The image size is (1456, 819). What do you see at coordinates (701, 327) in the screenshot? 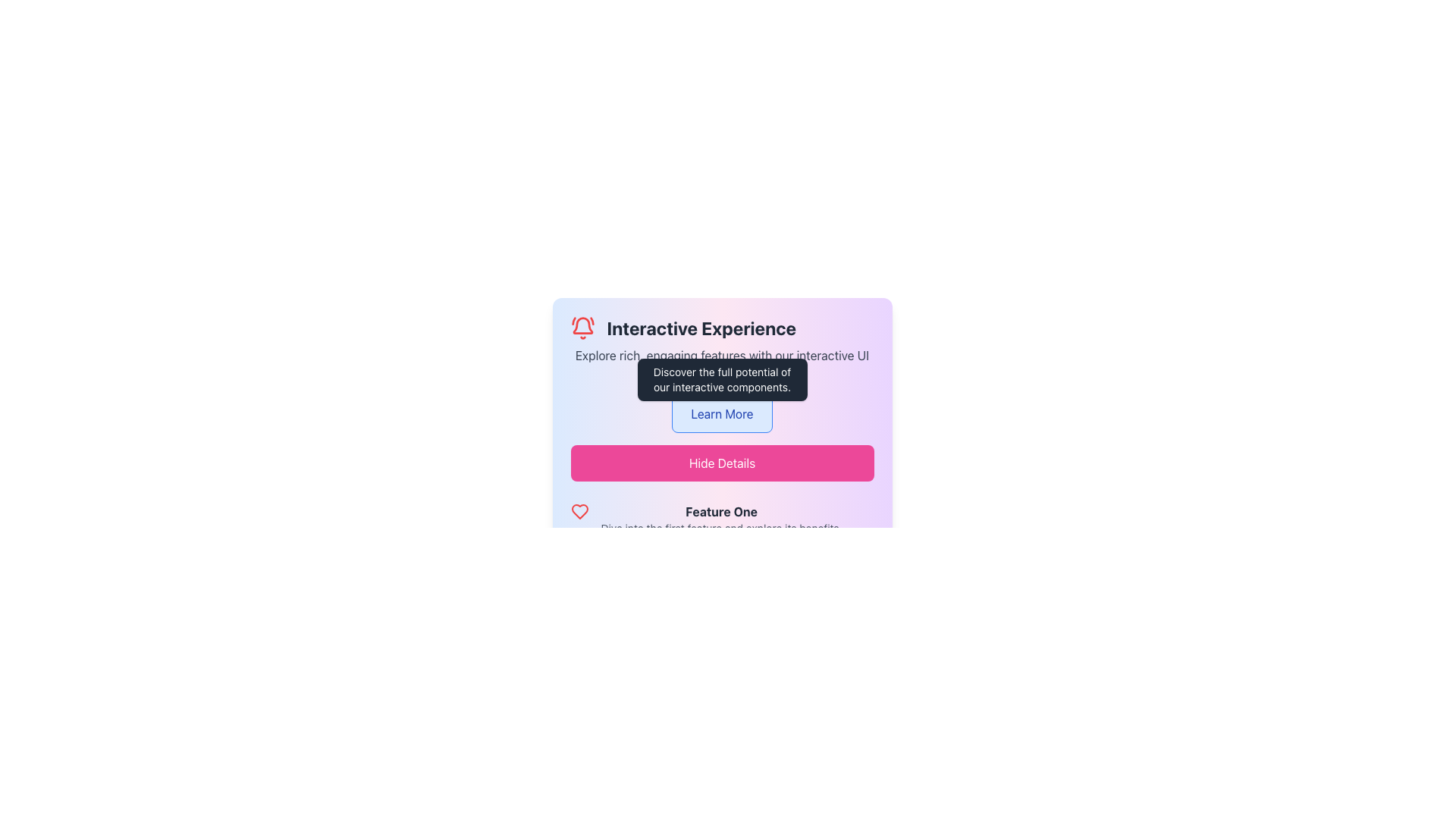
I see `the bold, large-sized textual header 'Interactive Experience' styled in dark gray, positioned prominently at the top right of the section, adjacent to a red notification bell icon` at bounding box center [701, 327].